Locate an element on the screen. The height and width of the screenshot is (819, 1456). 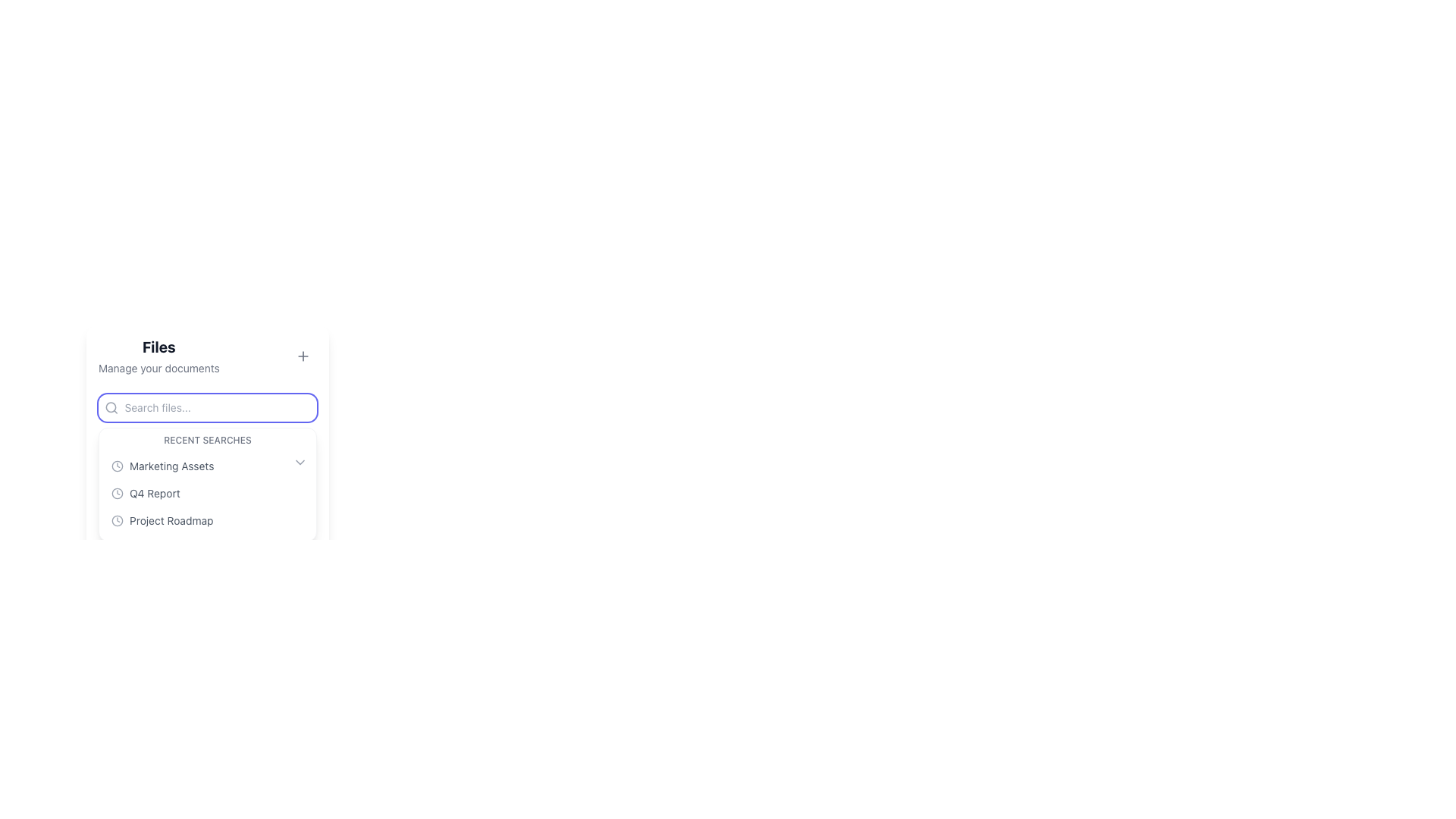
the first list item labeled 'Marketing Assets' with a clock icon on the left and a downward-facing chevron icon on the right, located under the 'Recent Searches' section is located at coordinates (206, 461).